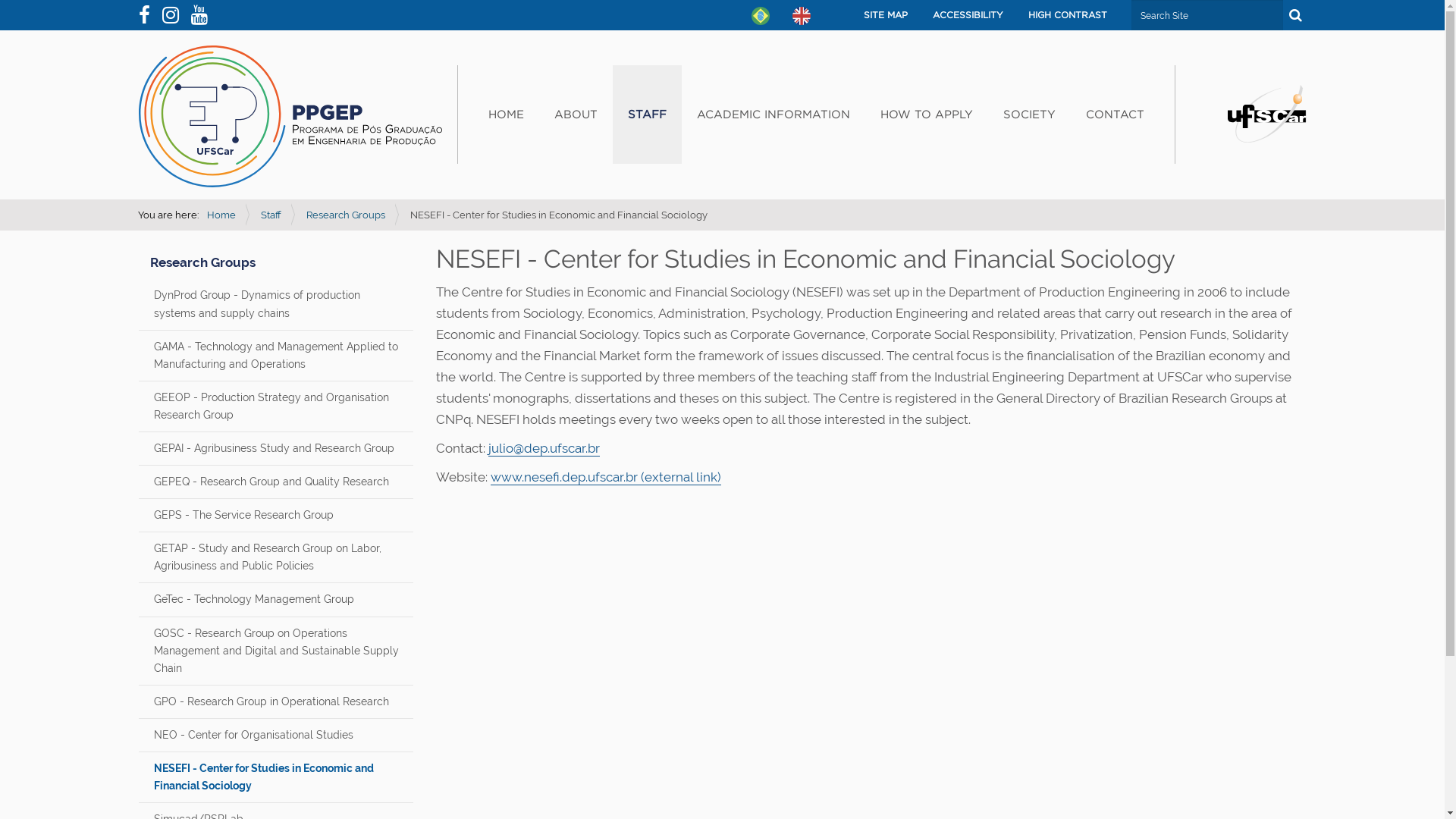 The height and width of the screenshot is (819, 1456). What do you see at coordinates (1066, 14) in the screenshot?
I see `'HIGH CONTRAST'` at bounding box center [1066, 14].